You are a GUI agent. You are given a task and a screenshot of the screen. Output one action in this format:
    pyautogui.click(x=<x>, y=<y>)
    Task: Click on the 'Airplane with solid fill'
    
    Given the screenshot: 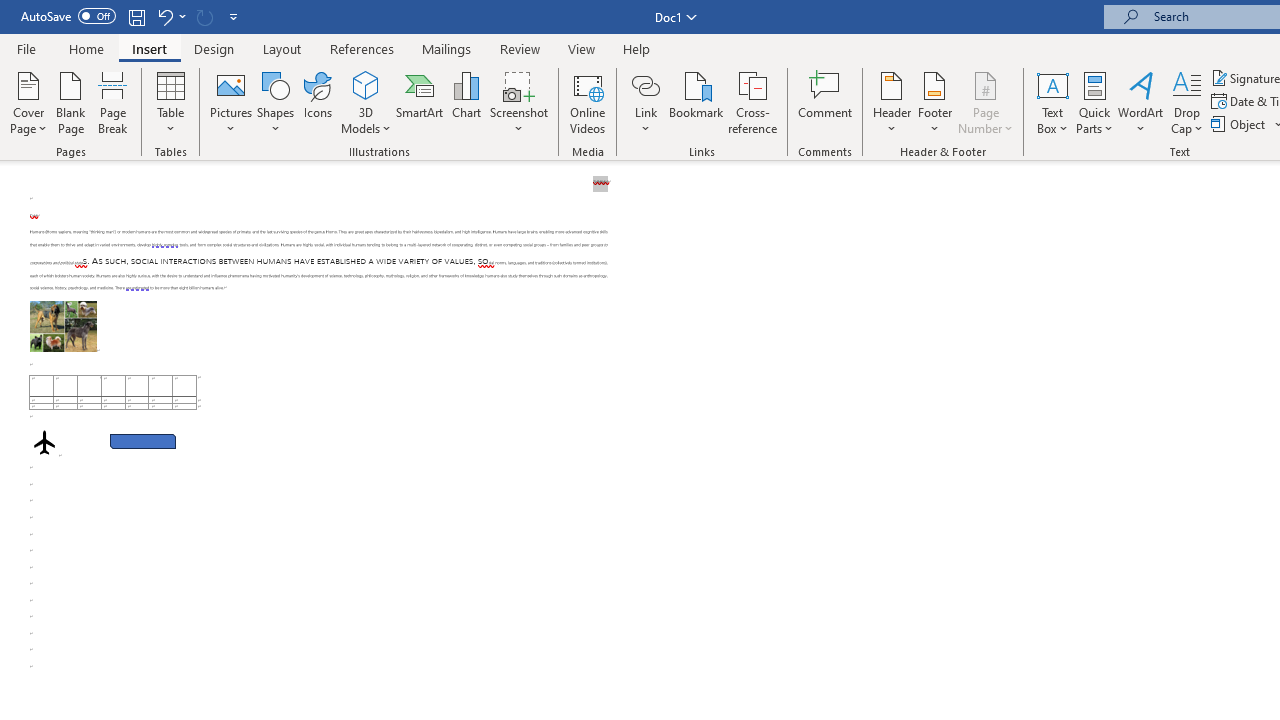 What is the action you would take?
    pyautogui.click(x=44, y=441)
    